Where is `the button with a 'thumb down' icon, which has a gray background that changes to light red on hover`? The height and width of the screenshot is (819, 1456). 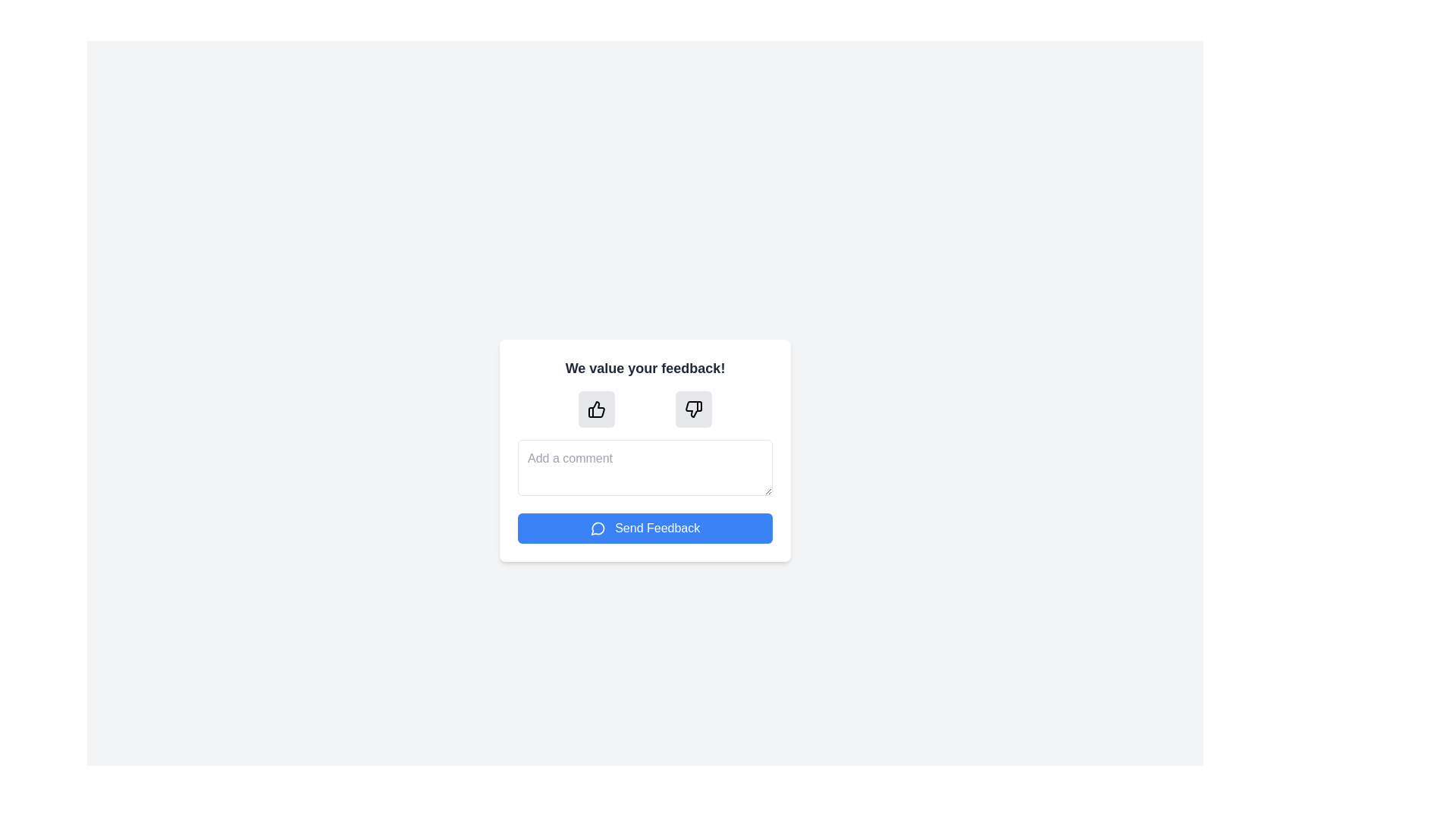
the button with a 'thumb down' icon, which has a gray background that changes to light red on hover is located at coordinates (693, 408).